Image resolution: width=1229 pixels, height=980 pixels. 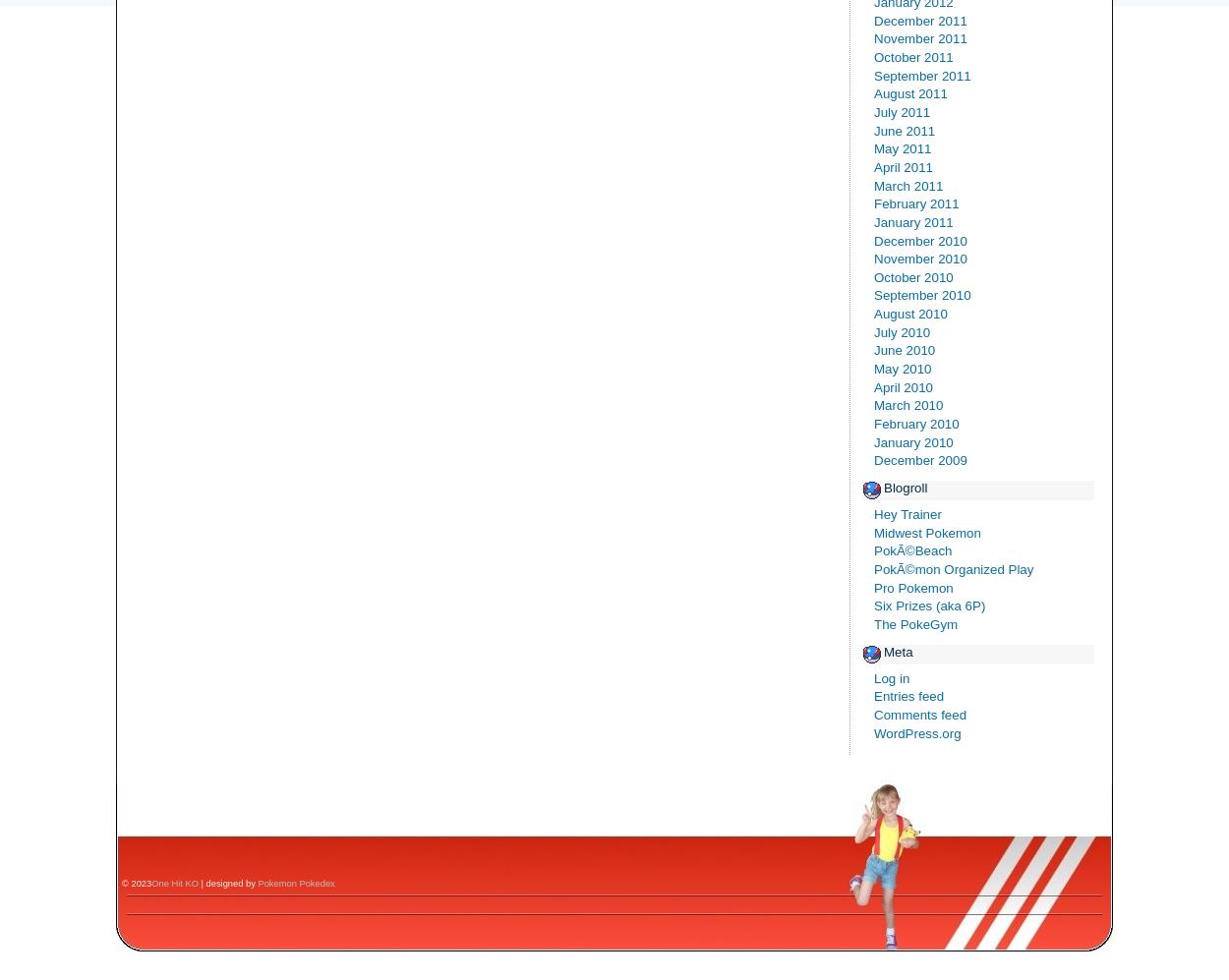 What do you see at coordinates (906, 488) in the screenshot?
I see `'Blogroll'` at bounding box center [906, 488].